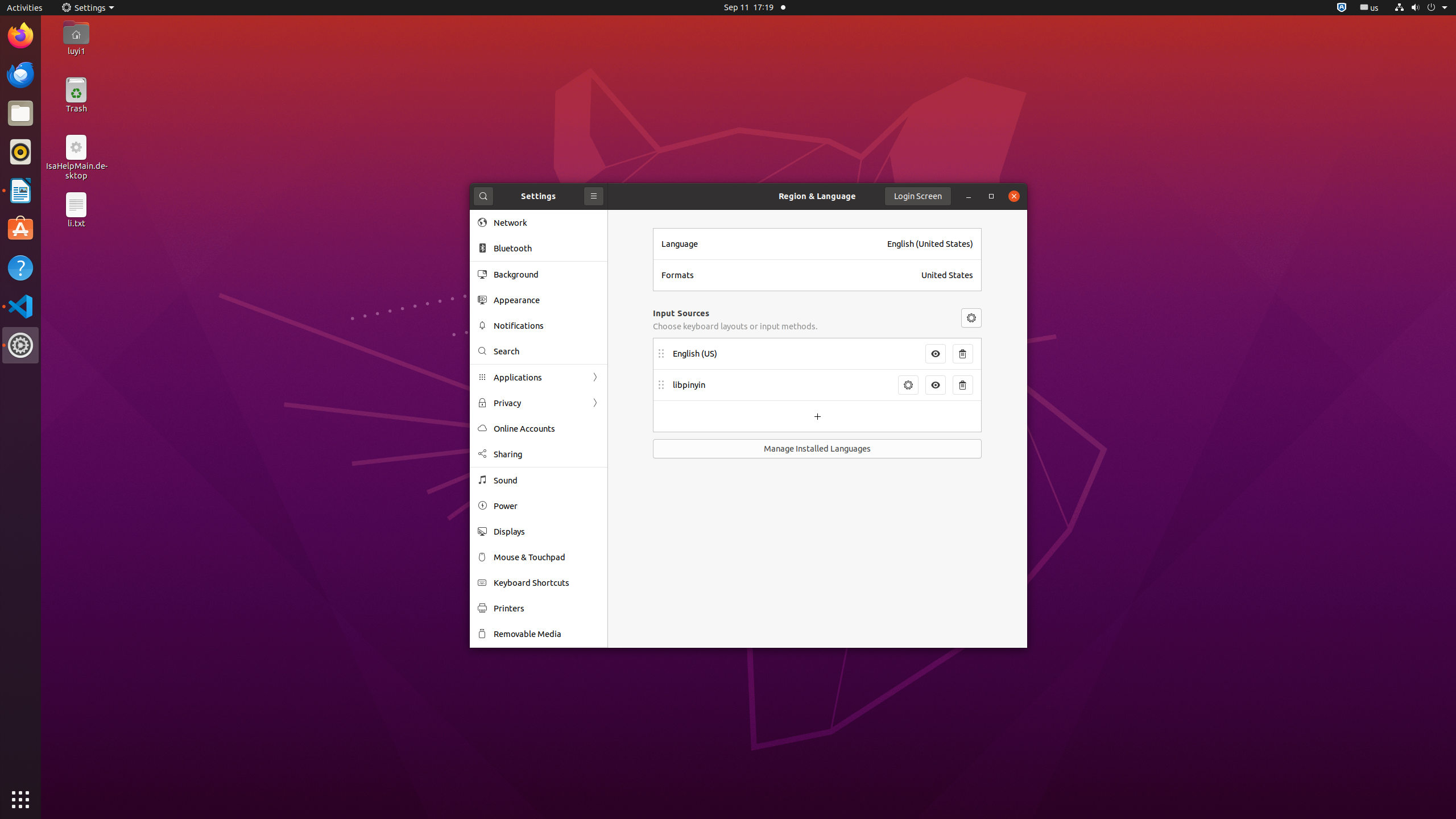 The height and width of the screenshot is (819, 1456). Describe the element at coordinates (929, 243) in the screenshot. I see `'English (United States)'` at that location.